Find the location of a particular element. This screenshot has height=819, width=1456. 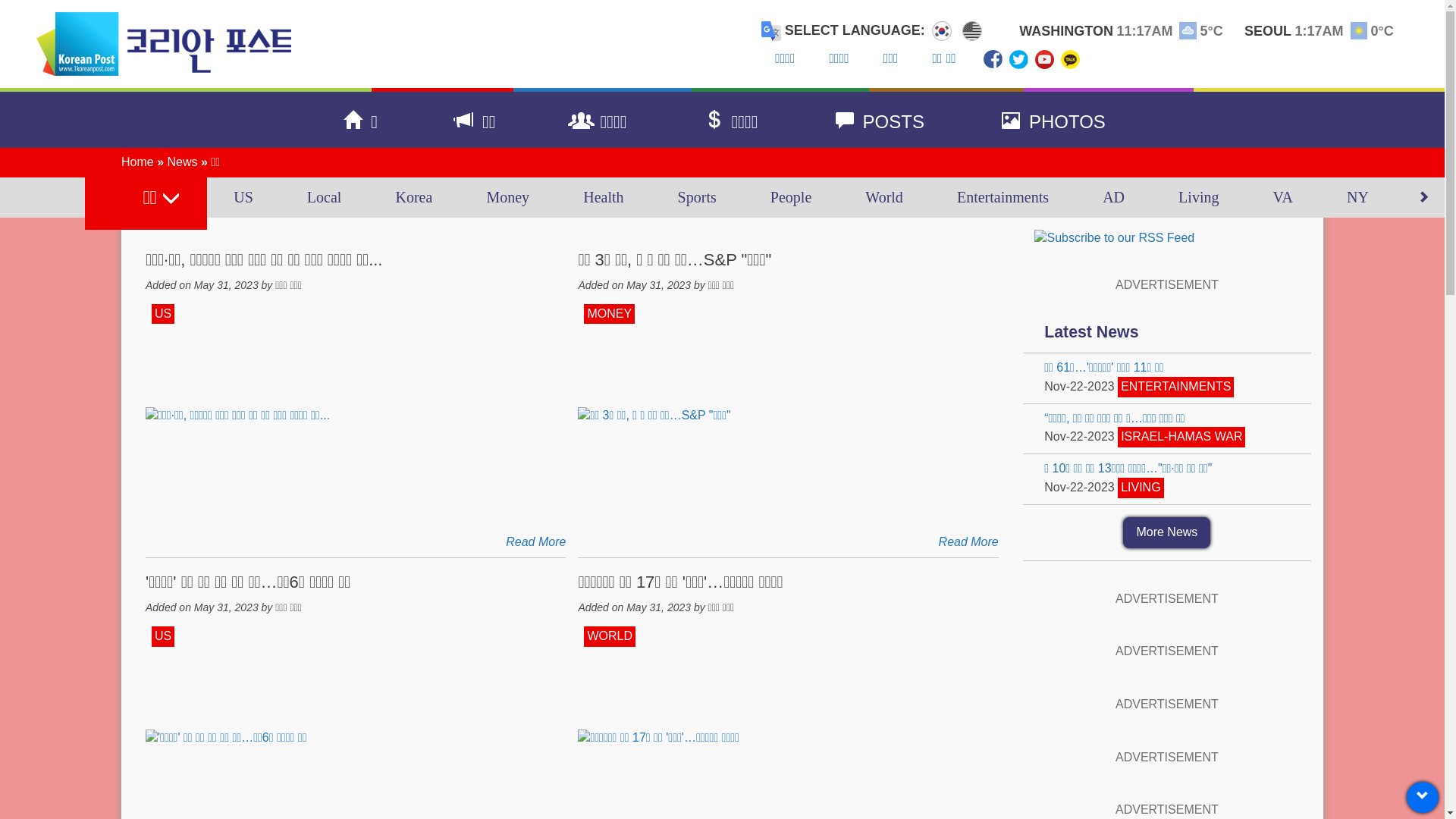

'English' is located at coordinates (957, 29).